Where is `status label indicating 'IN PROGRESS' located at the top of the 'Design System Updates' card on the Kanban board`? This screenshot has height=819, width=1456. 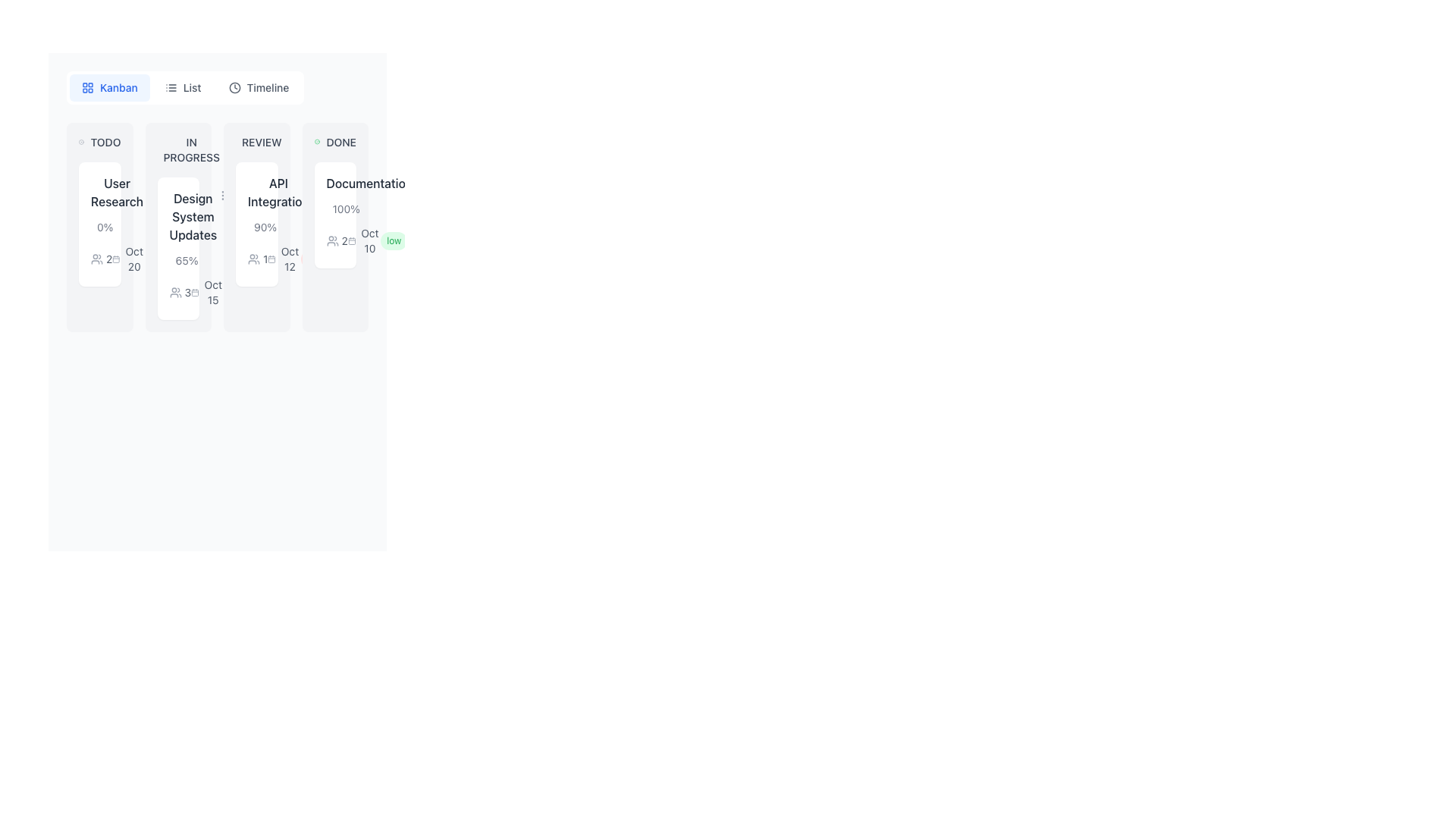 status label indicating 'IN PROGRESS' located at the top of the 'Design System Updates' card on the Kanban board is located at coordinates (178, 149).